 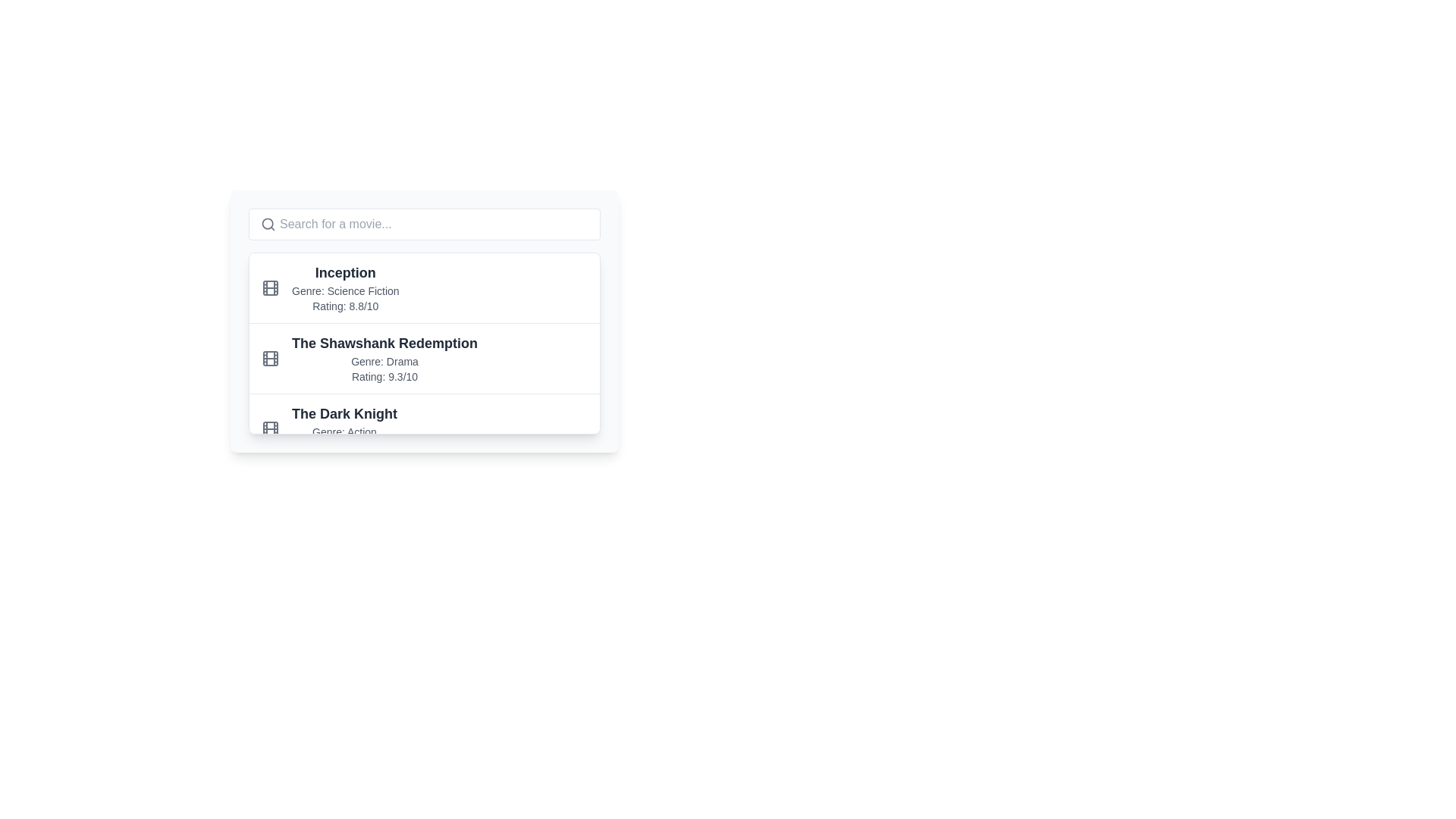 I want to click on the decorative SVG rectangle representing part of the film reel graphic for the movie 'The Dark Knight', located at the center-left of the film reel icon, so click(x=270, y=429).